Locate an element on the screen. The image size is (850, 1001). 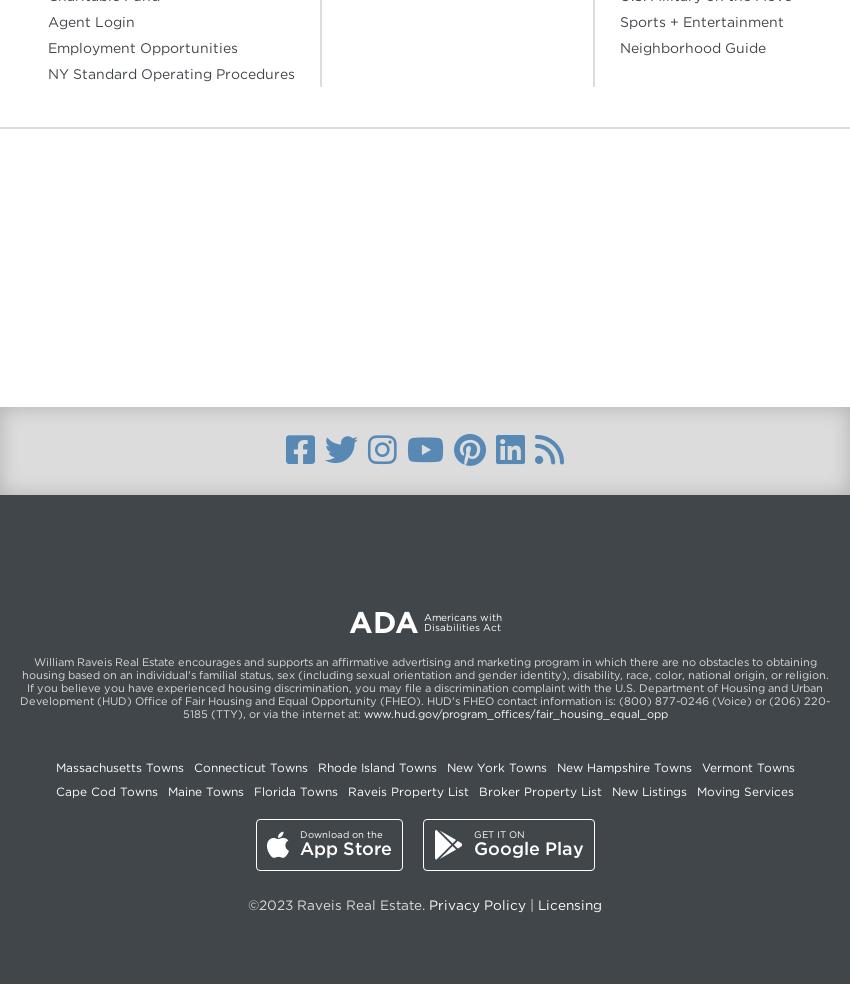
'Disabilities Act' is located at coordinates (461, 627).